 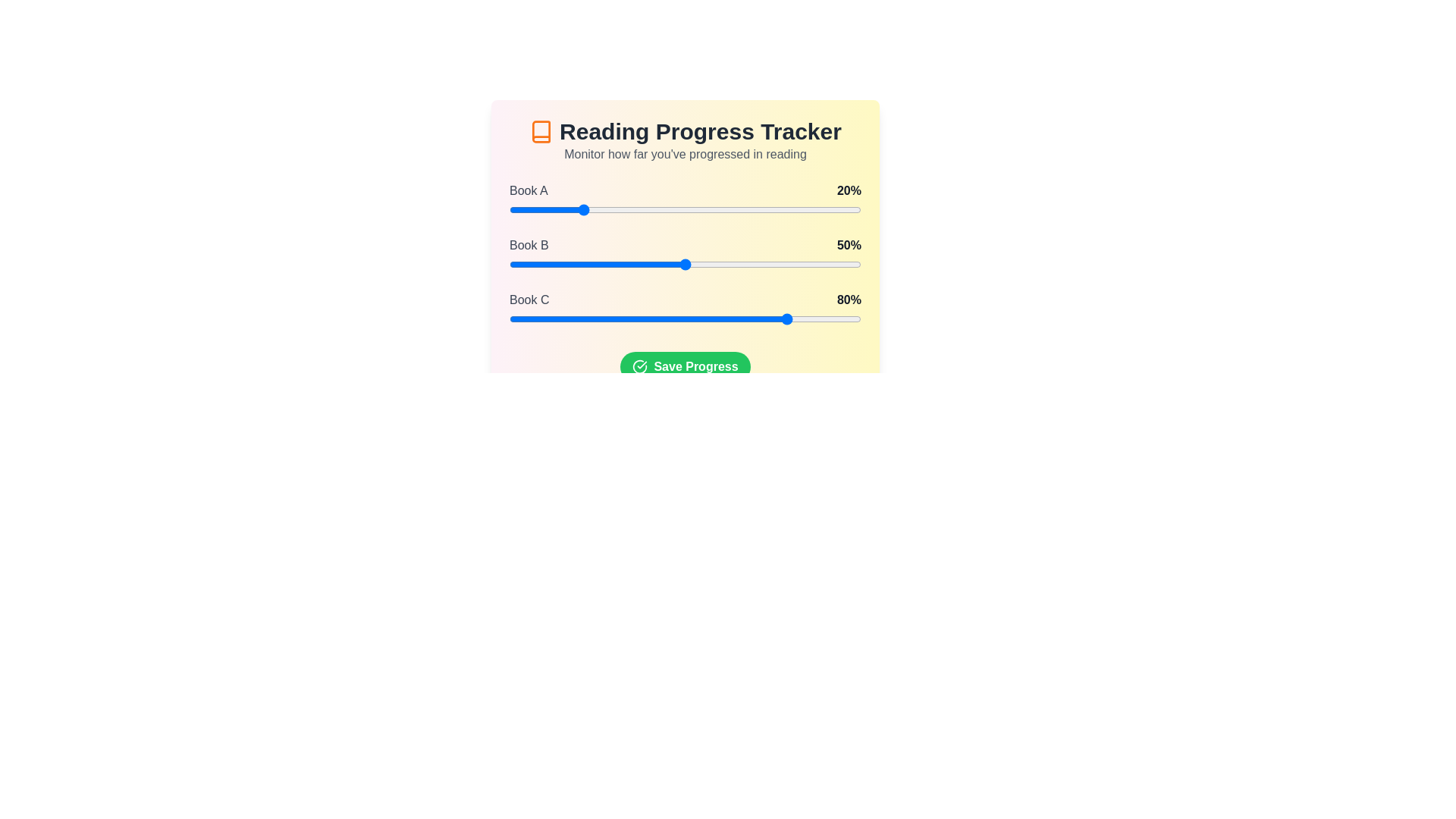 What do you see at coordinates (759, 210) in the screenshot?
I see `the slider for a book to set its progress to 71%` at bounding box center [759, 210].